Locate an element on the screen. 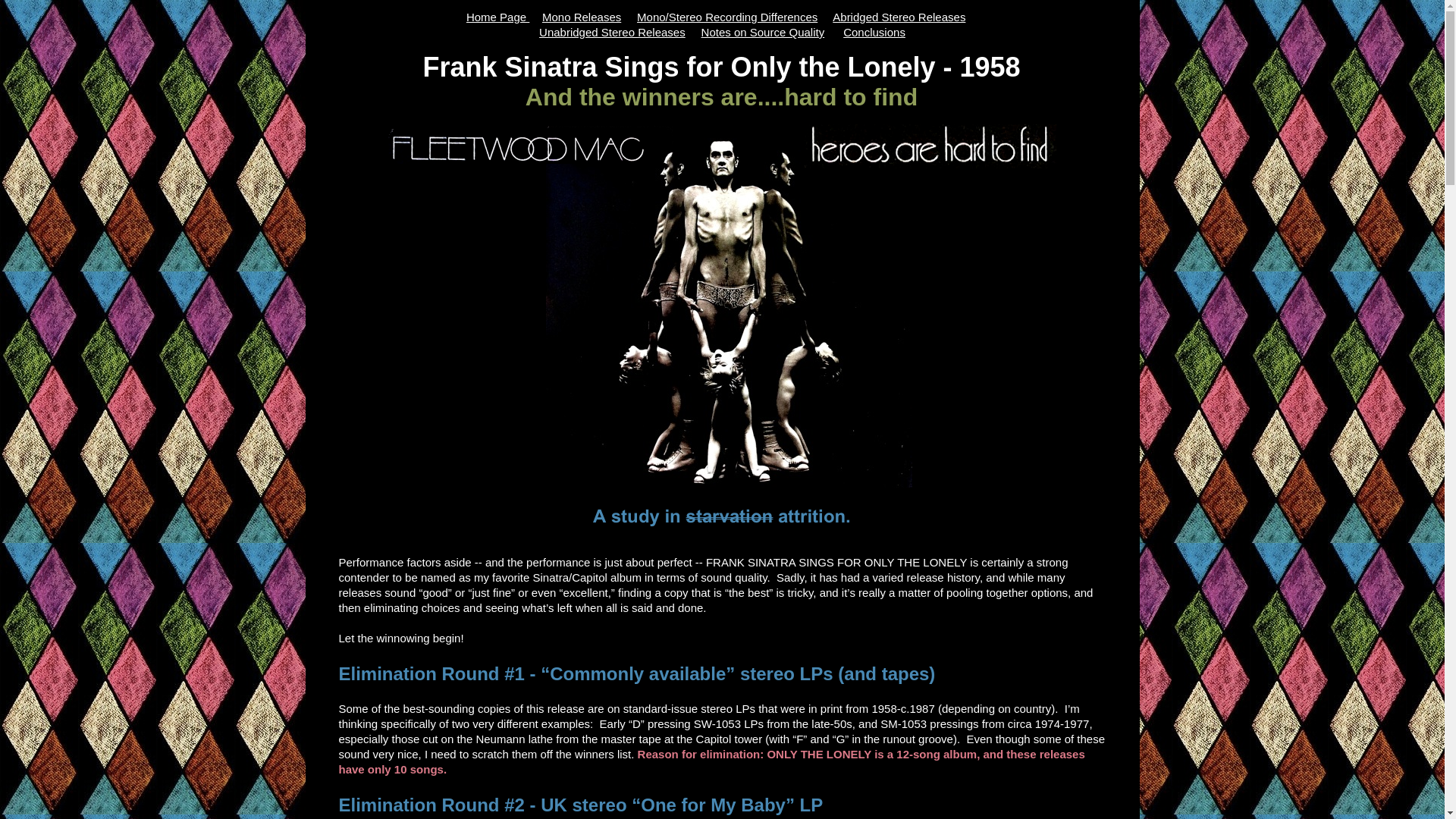  'Mono/Stereo Recording Differences' is located at coordinates (726, 17).